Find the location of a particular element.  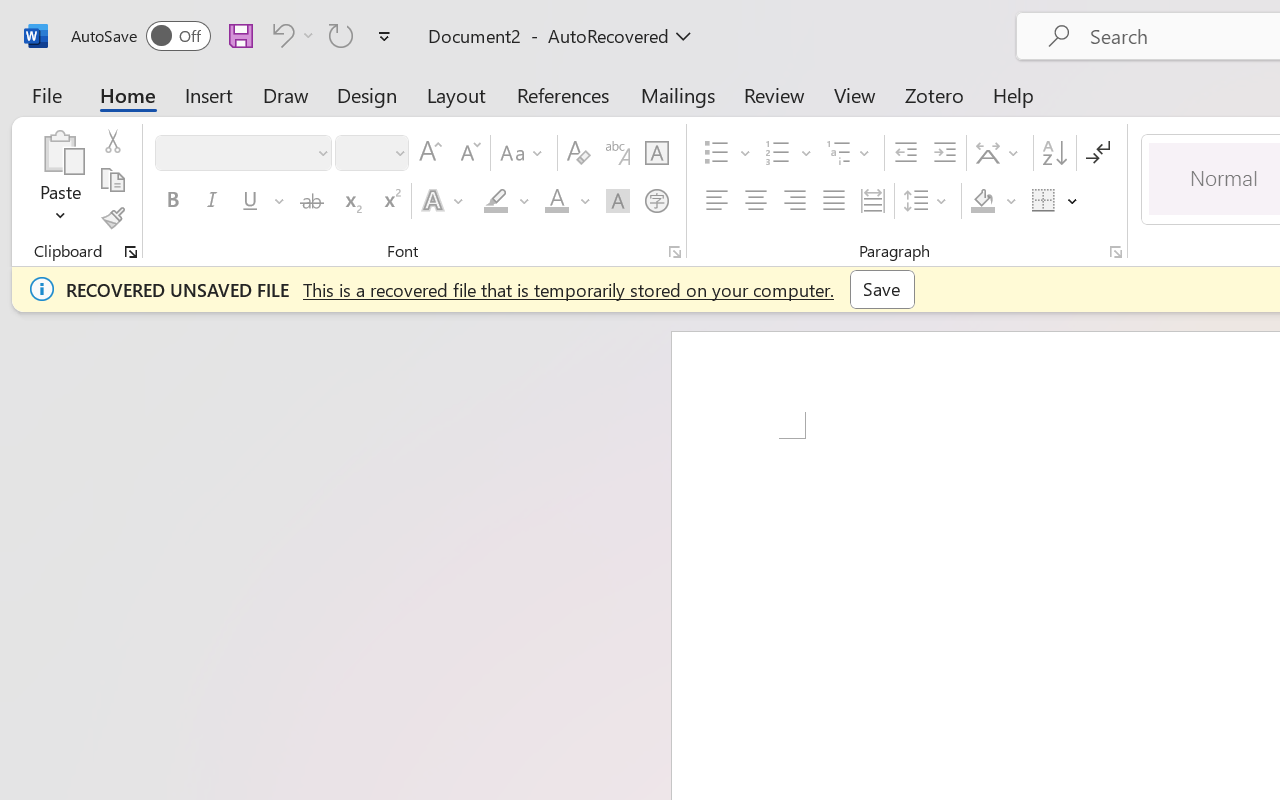

'Shading RGB(0, 0, 0)' is located at coordinates (983, 201).